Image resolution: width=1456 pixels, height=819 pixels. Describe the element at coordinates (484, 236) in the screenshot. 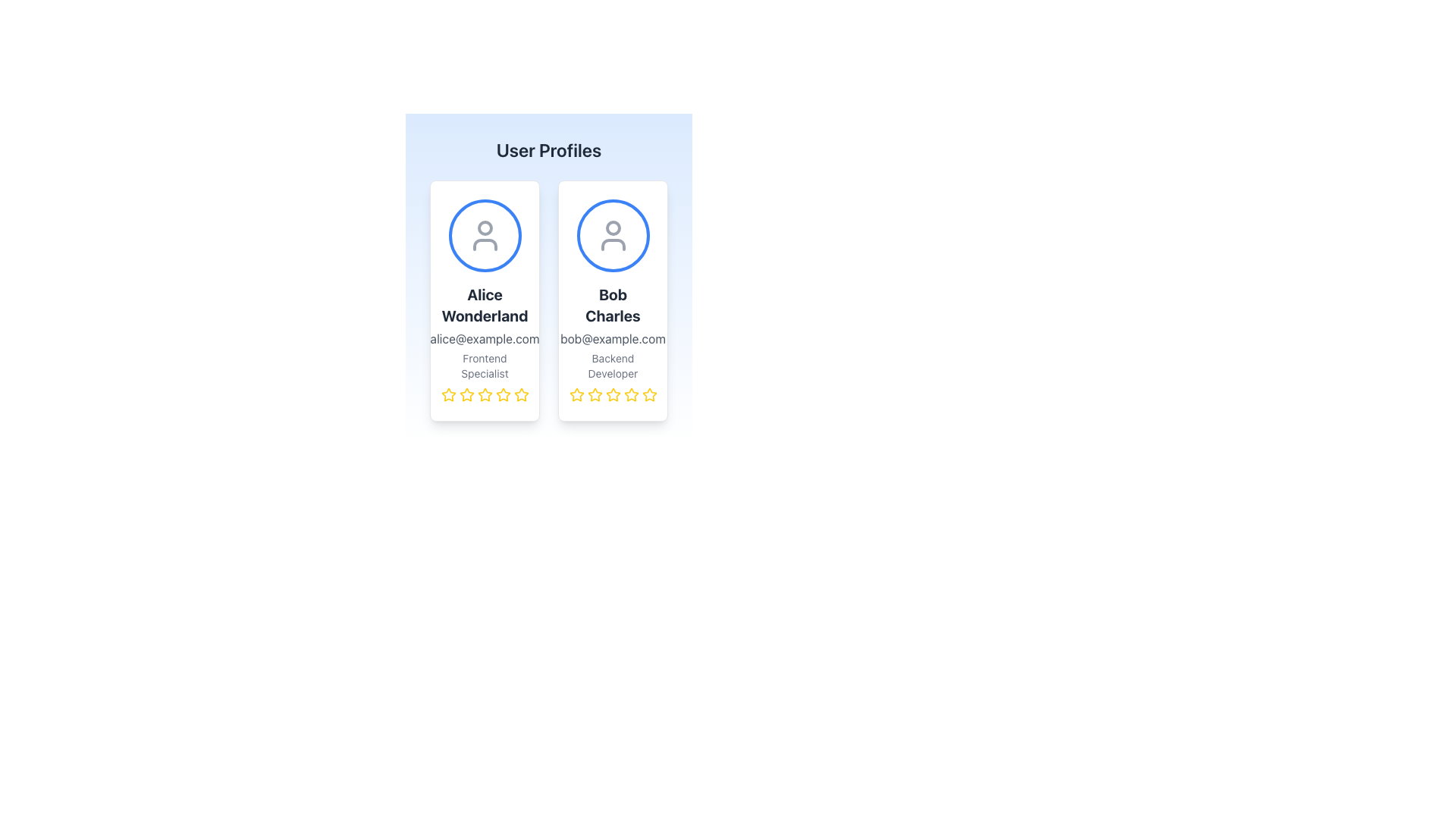

I see `the Avatar representing 'Alice Wonderland'` at that location.